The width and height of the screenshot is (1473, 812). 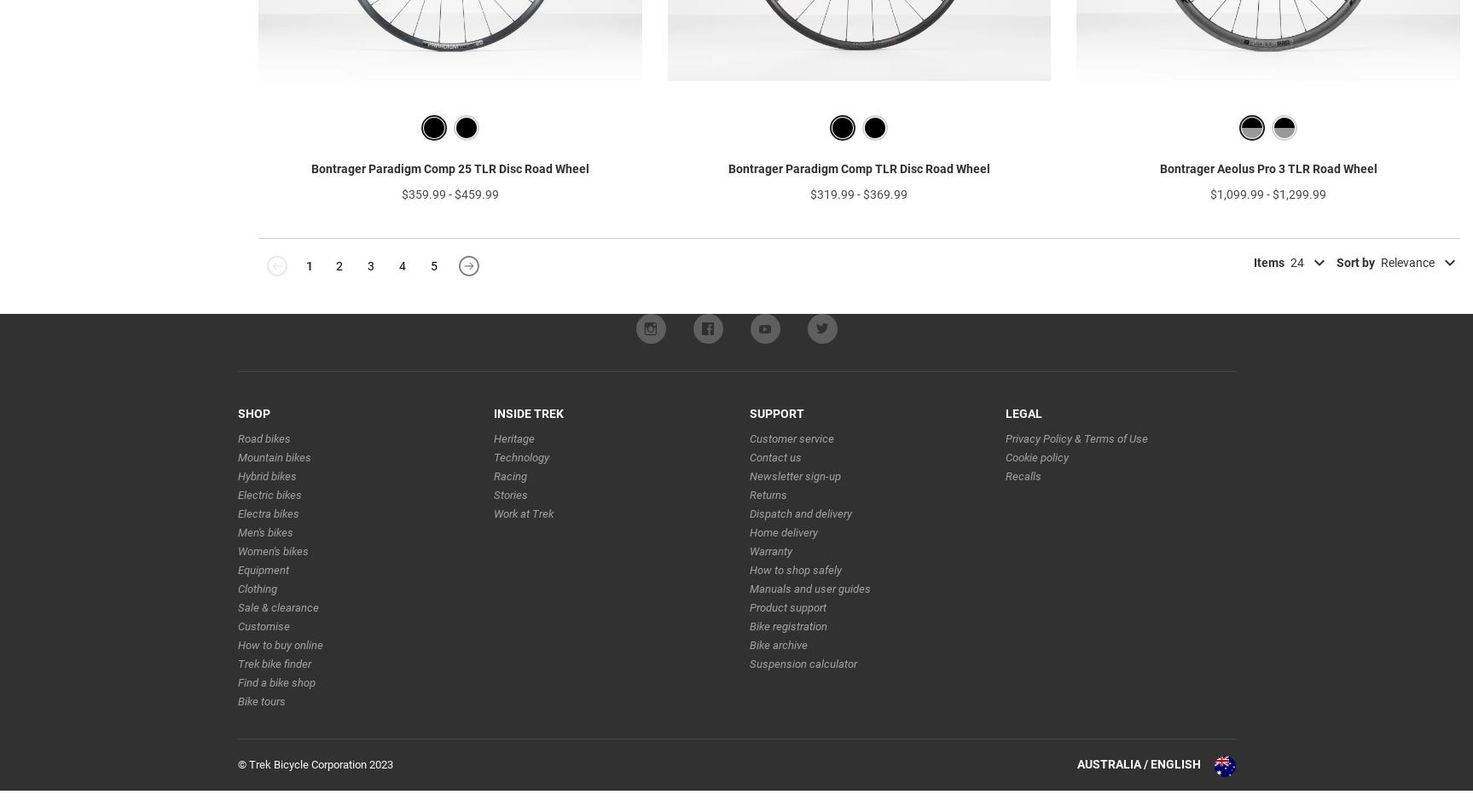 I want to click on 'Bike registration', so click(x=786, y=652).